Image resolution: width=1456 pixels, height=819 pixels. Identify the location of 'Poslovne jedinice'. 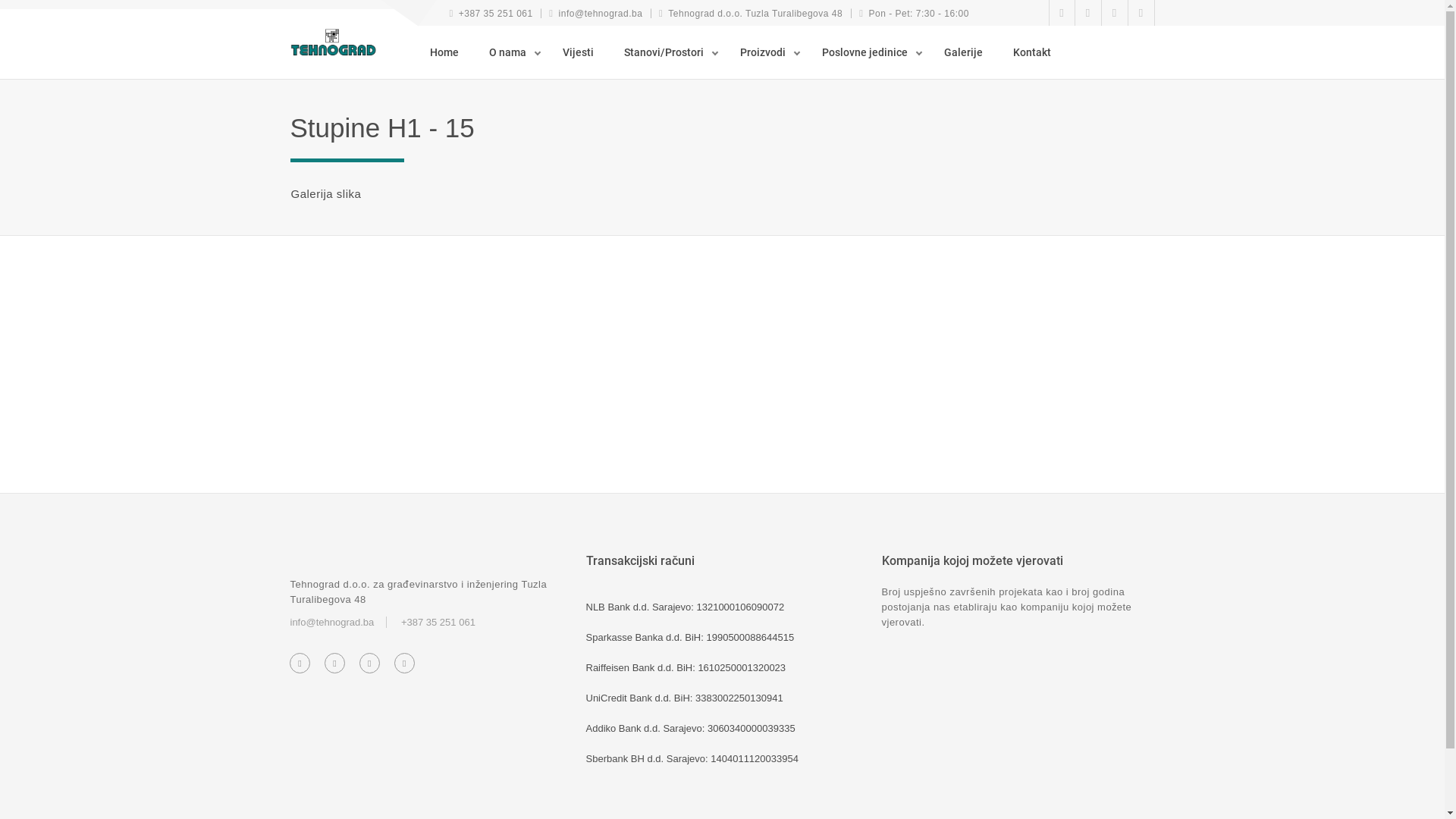
(810, 52).